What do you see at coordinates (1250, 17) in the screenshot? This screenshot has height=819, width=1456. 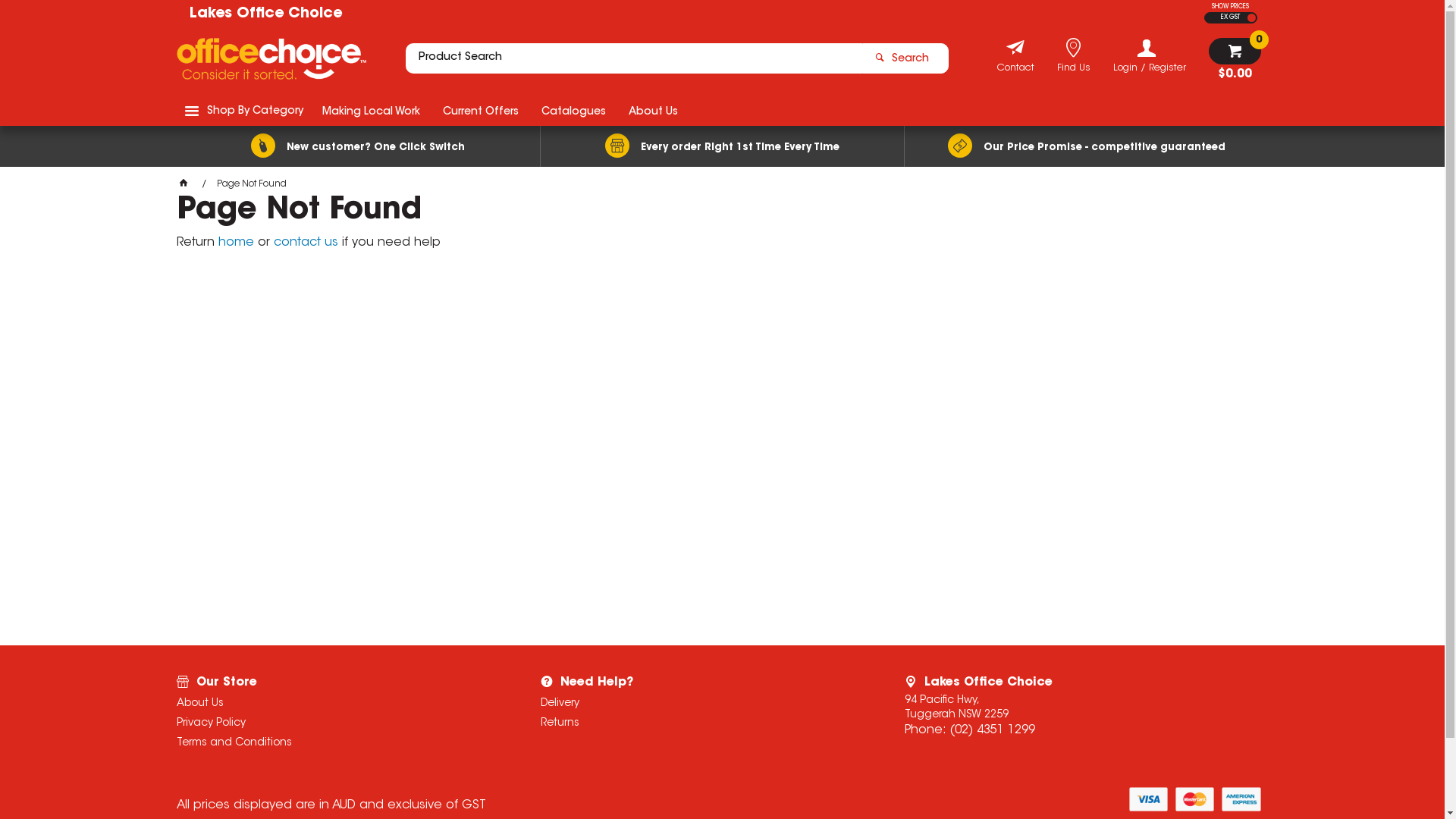 I see `'INC GST'` at bounding box center [1250, 17].